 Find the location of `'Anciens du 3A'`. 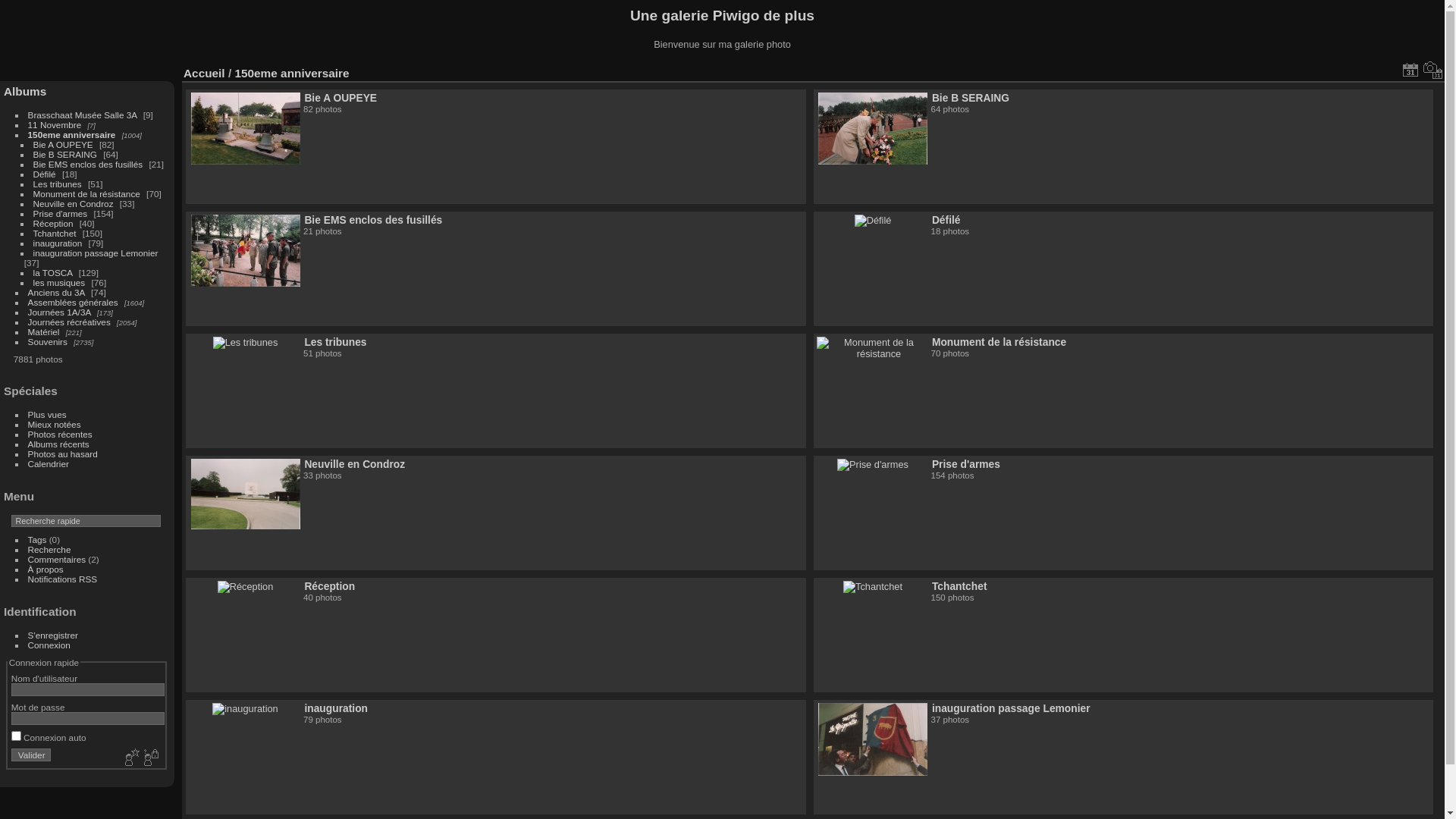

'Anciens du 3A' is located at coordinates (28, 292).